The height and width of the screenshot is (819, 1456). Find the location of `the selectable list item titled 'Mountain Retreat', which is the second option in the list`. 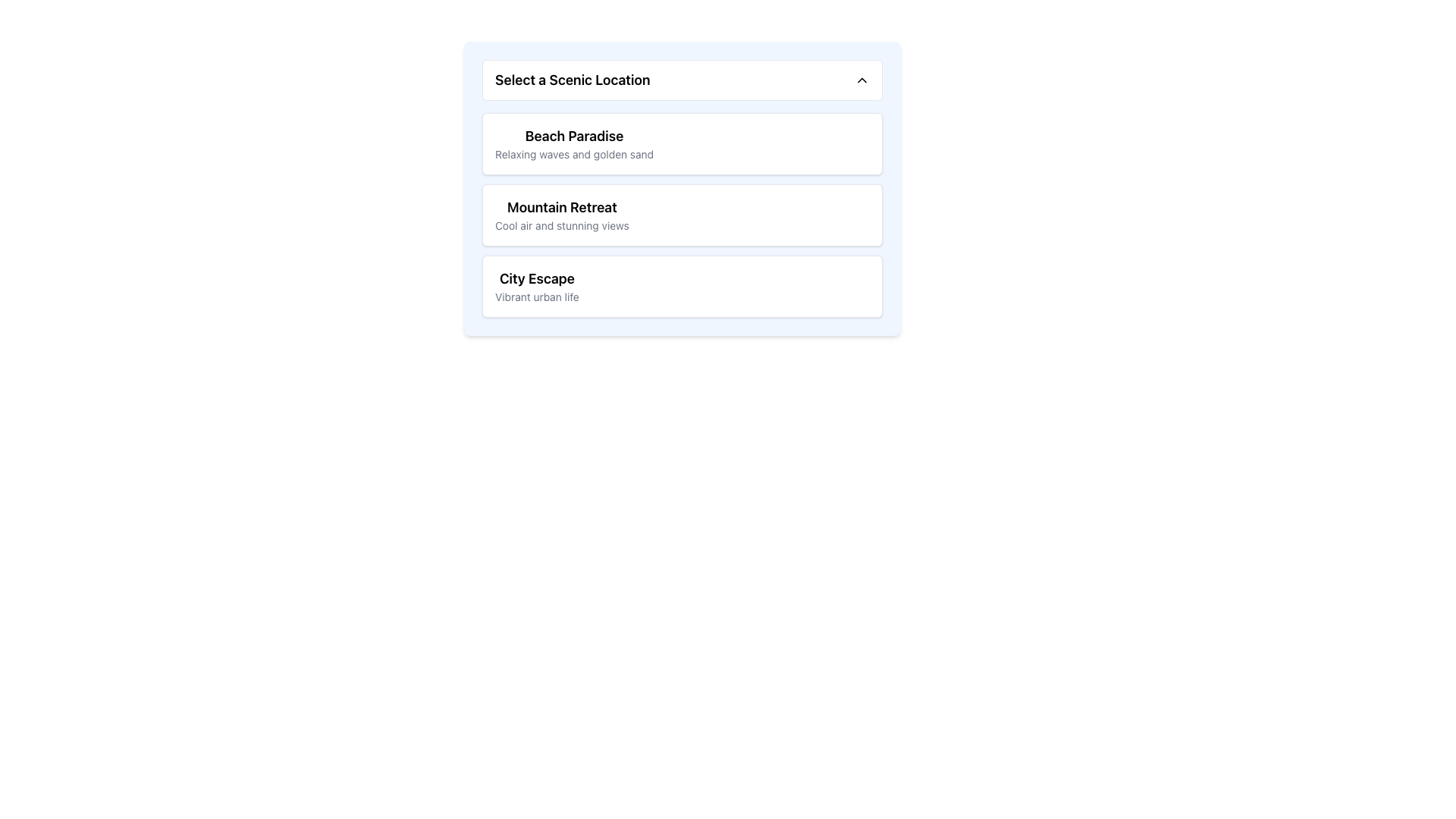

the selectable list item titled 'Mountain Retreat', which is the second option in the list is located at coordinates (682, 215).